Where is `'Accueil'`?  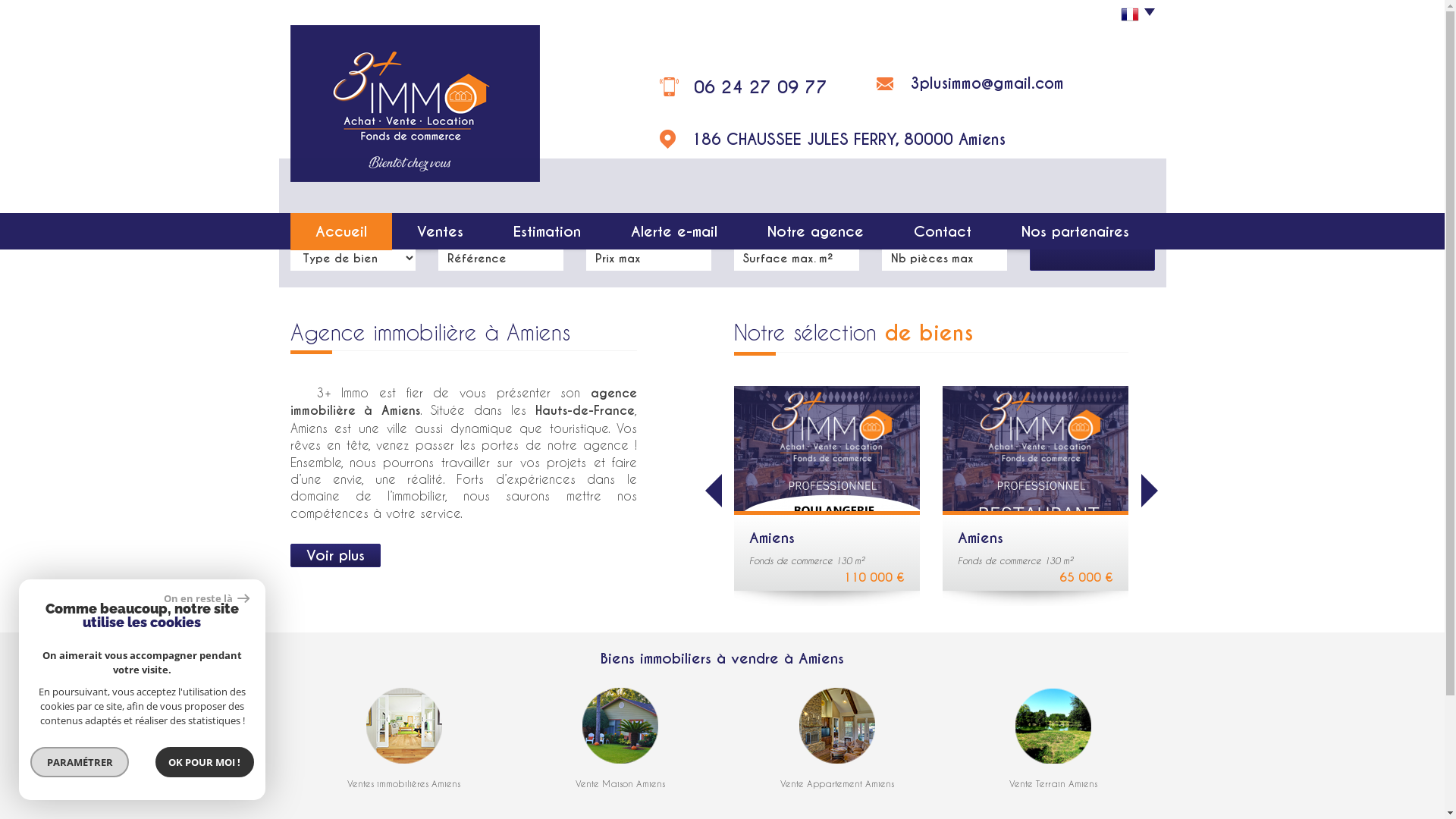
'Accueil' is located at coordinates (340, 231).